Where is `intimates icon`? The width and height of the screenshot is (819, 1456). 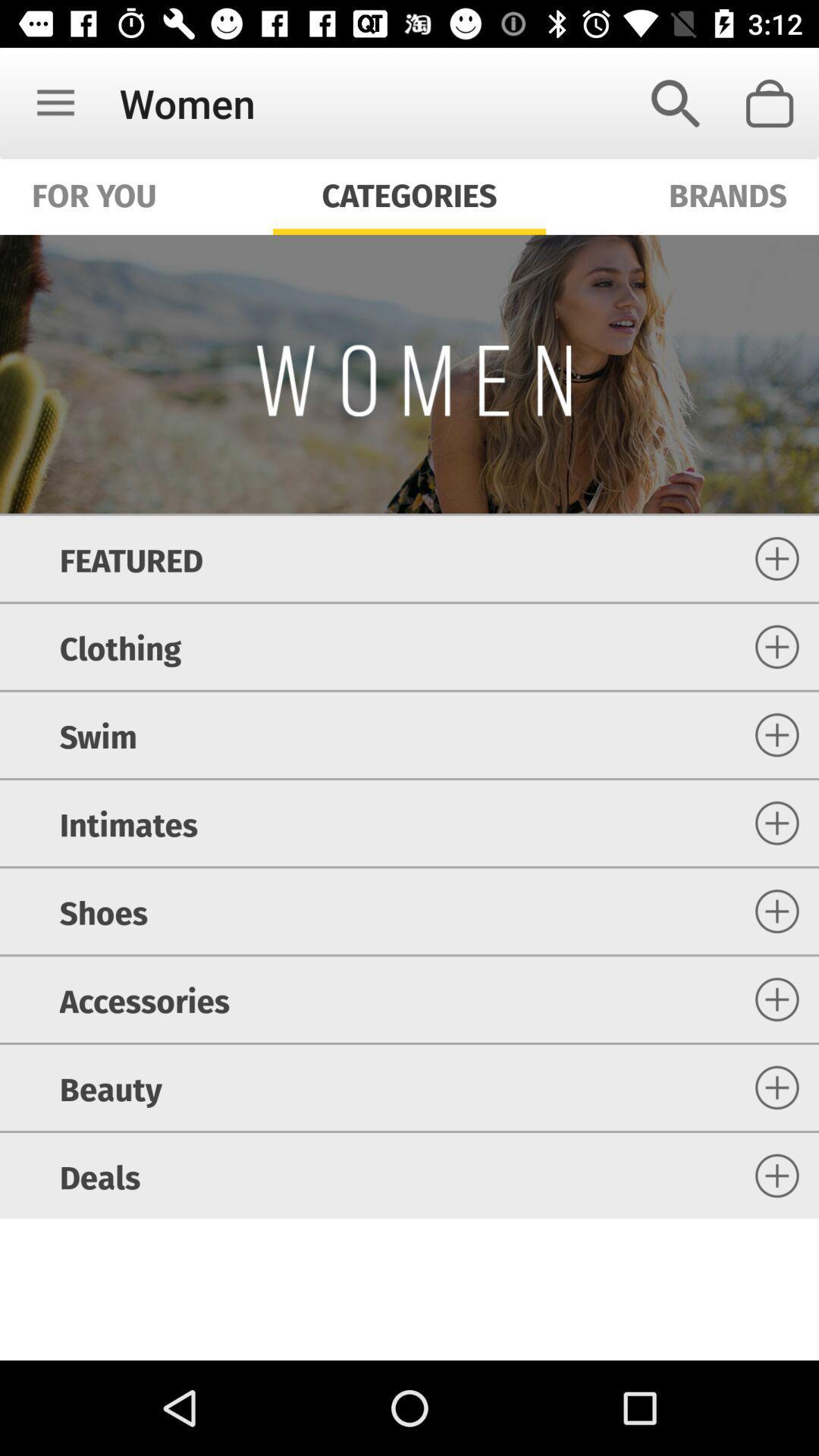
intimates icon is located at coordinates (127, 822).